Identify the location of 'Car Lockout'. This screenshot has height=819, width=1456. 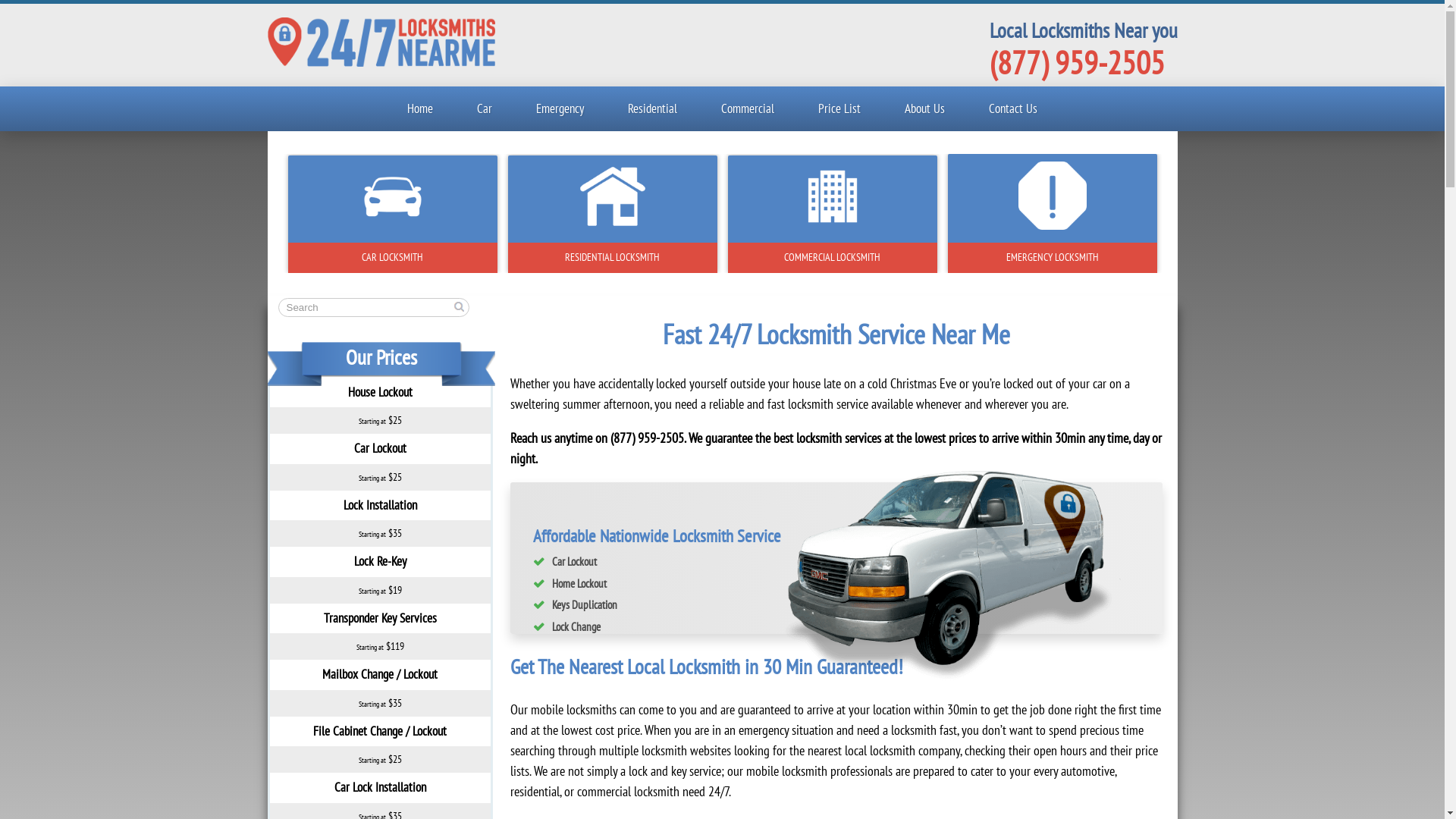
(379, 447).